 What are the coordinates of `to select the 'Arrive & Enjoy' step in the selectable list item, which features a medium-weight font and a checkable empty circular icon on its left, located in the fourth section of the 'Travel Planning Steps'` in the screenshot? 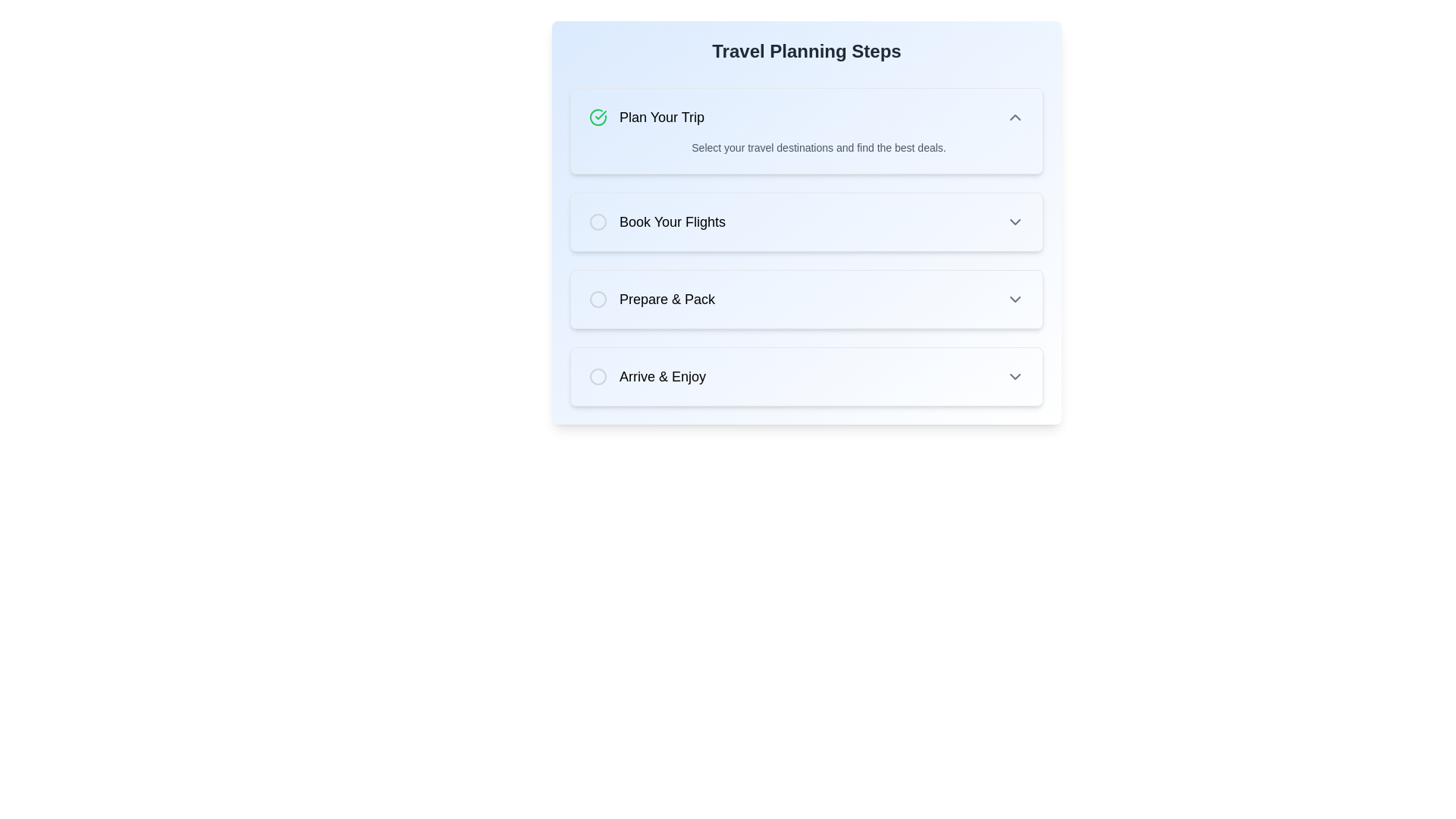 It's located at (648, 376).